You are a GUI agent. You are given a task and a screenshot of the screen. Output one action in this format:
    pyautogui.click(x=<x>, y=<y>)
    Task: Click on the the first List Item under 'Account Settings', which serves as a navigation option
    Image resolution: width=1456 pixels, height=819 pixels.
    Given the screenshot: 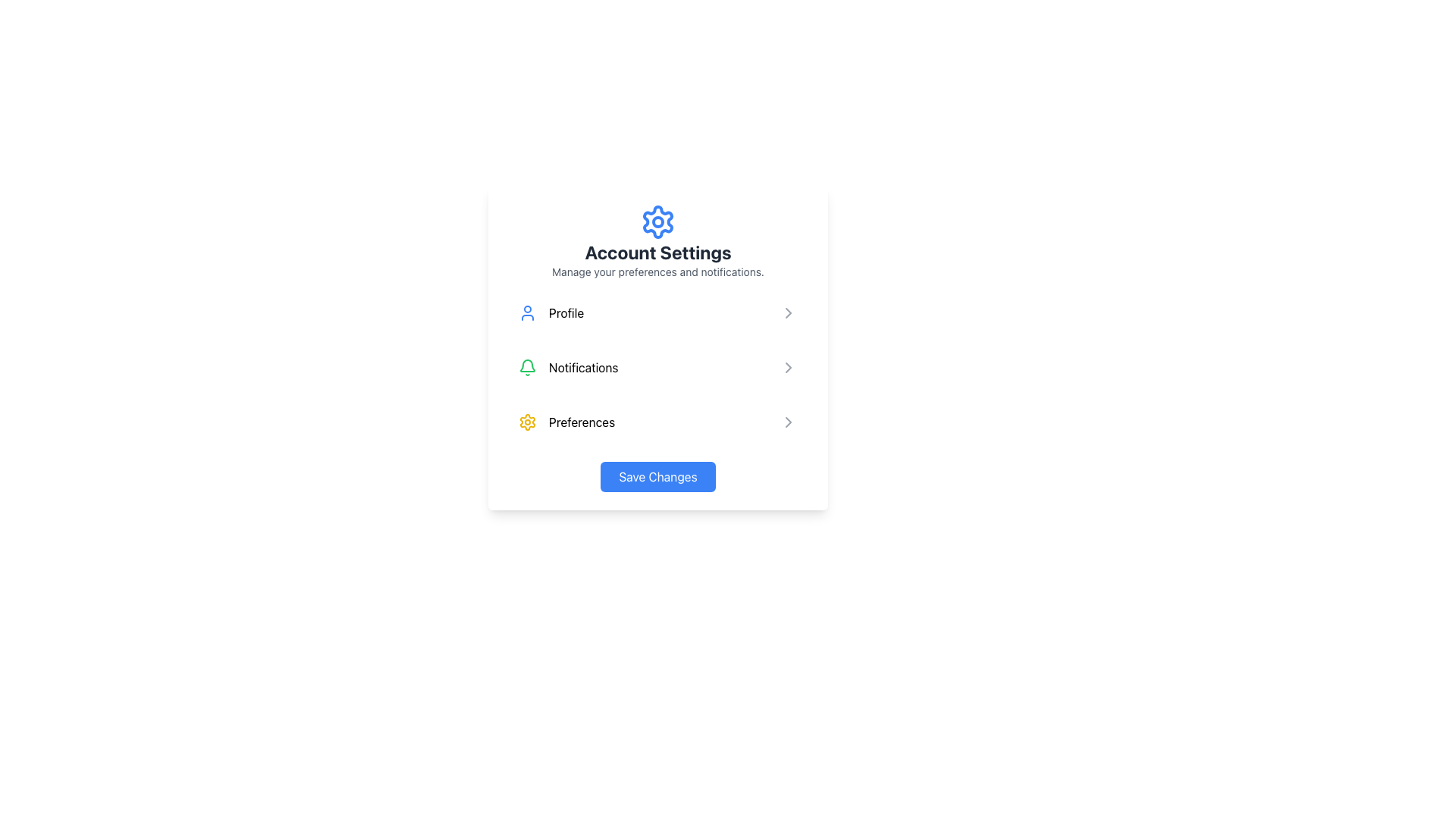 What is the action you would take?
    pyautogui.click(x=658, y=312)
    